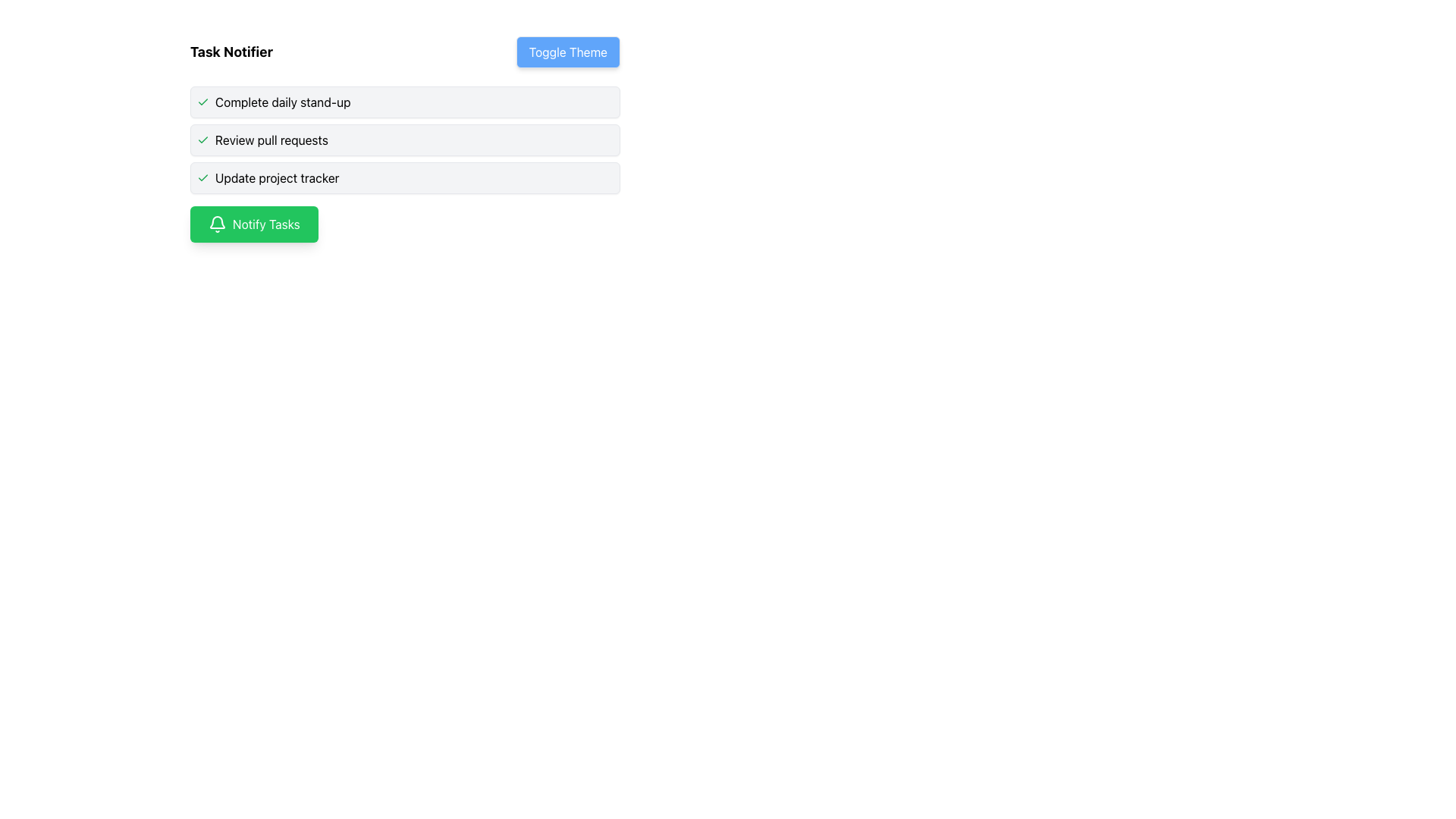 This screenshot has height=819, width=1456. I want to click on text label 'Notify Tasks' which is centered within a green button located towards the lower part of the interface, so click(266, 224).